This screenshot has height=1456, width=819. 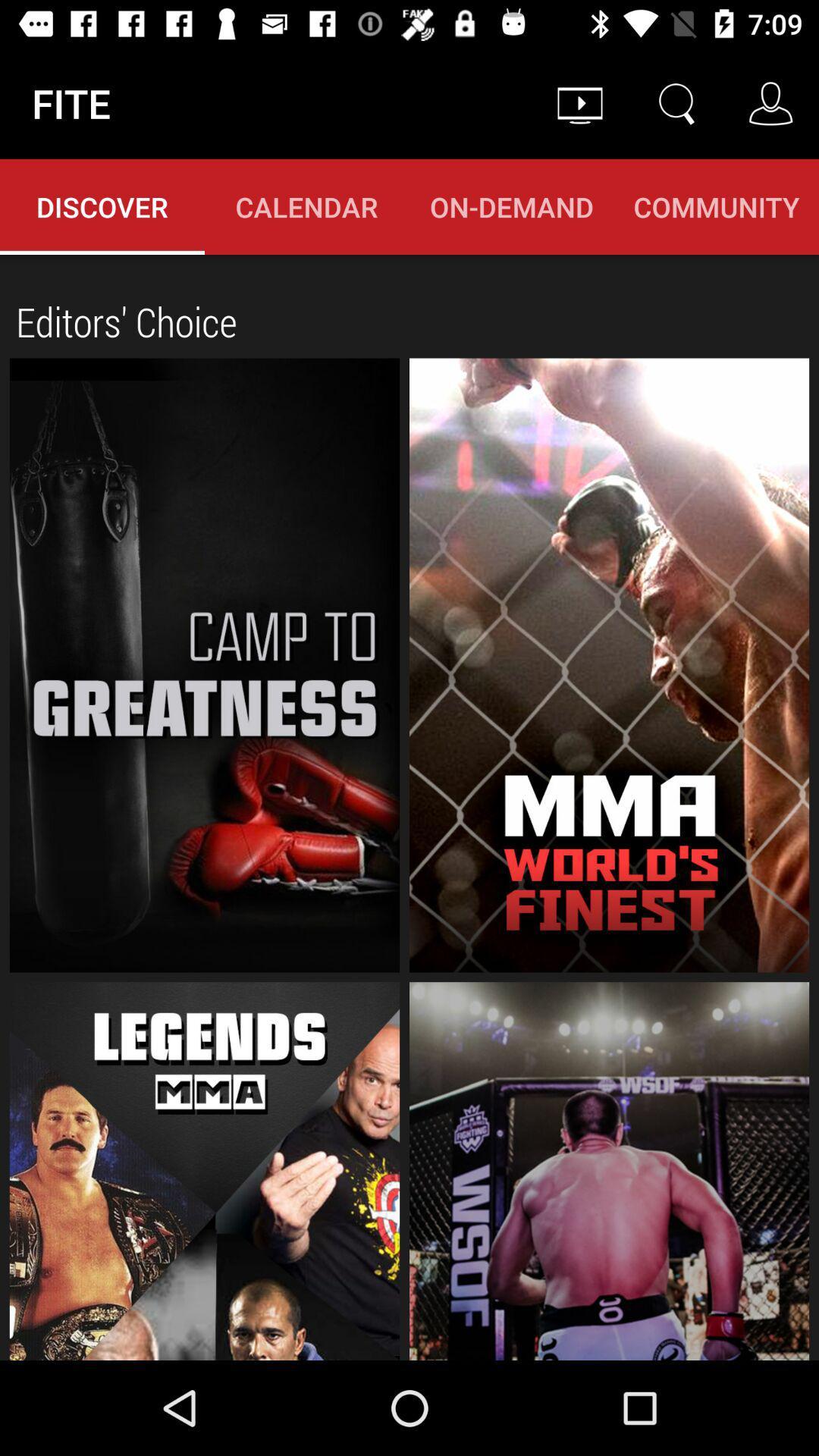 I want to click on the item above community icon, so click(x=675, y=102).